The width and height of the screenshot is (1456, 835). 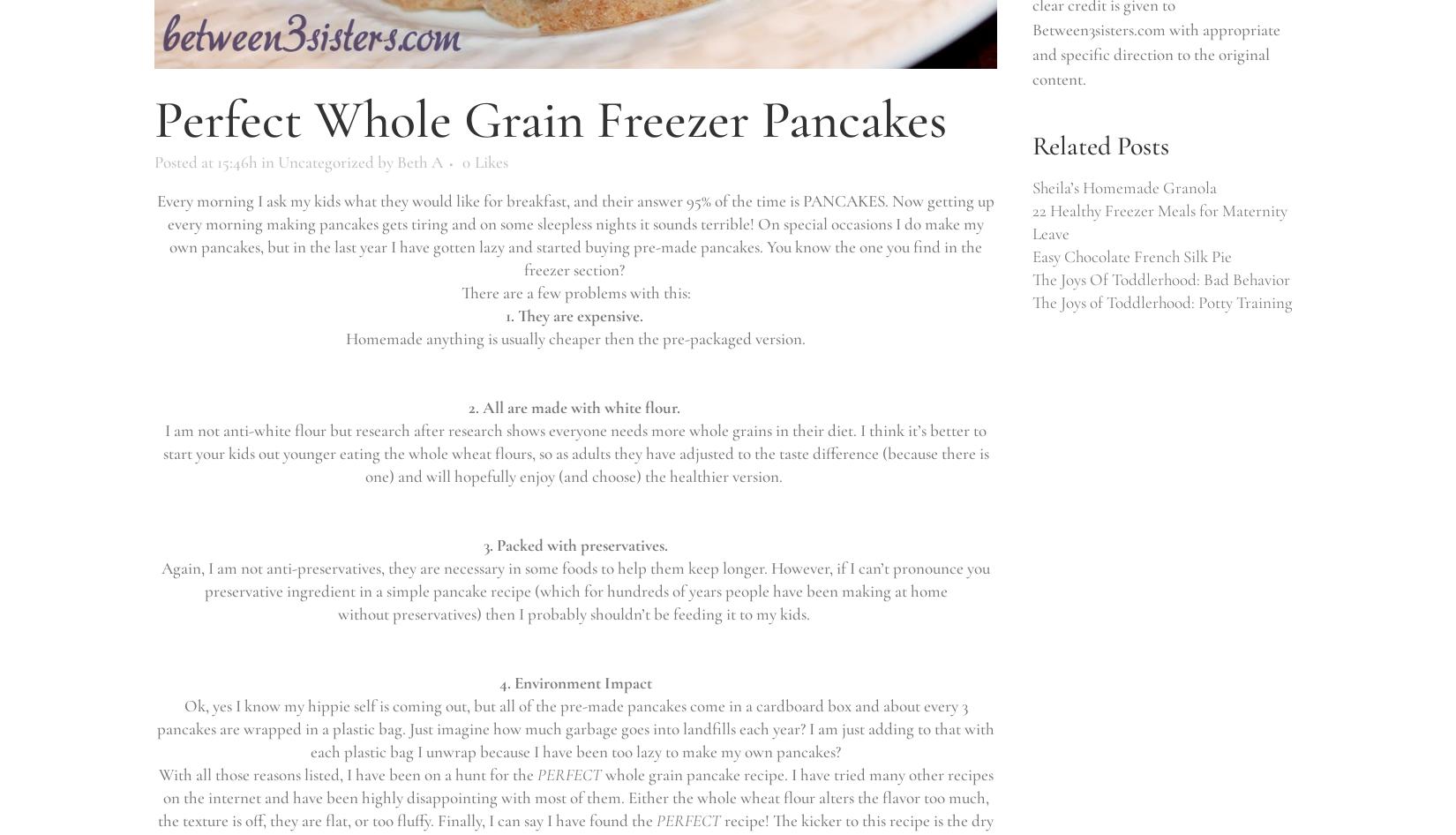 I want to click on 'Likes', so click(x=491, y=162).